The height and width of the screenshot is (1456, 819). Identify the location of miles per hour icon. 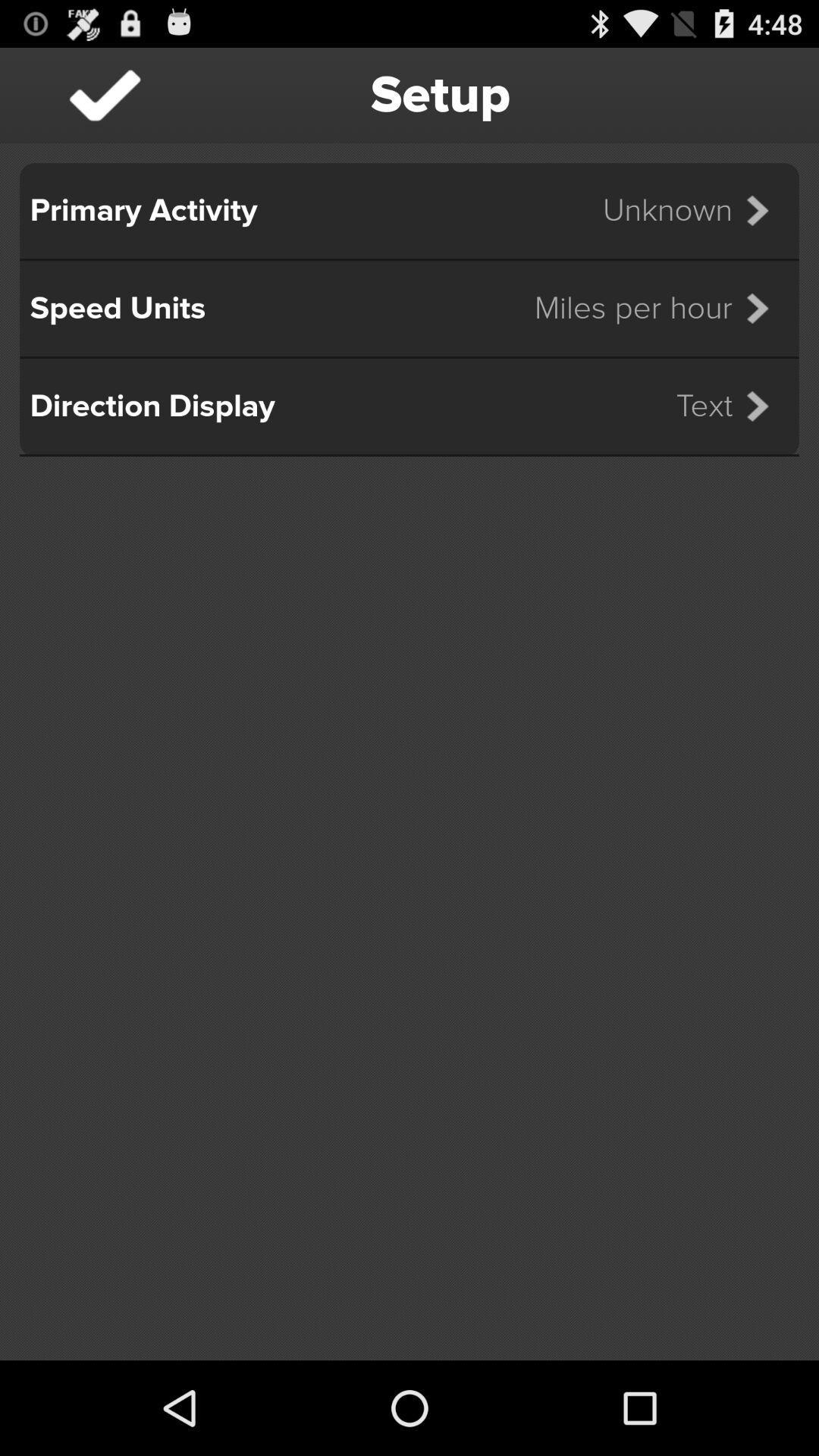
(661, 308).